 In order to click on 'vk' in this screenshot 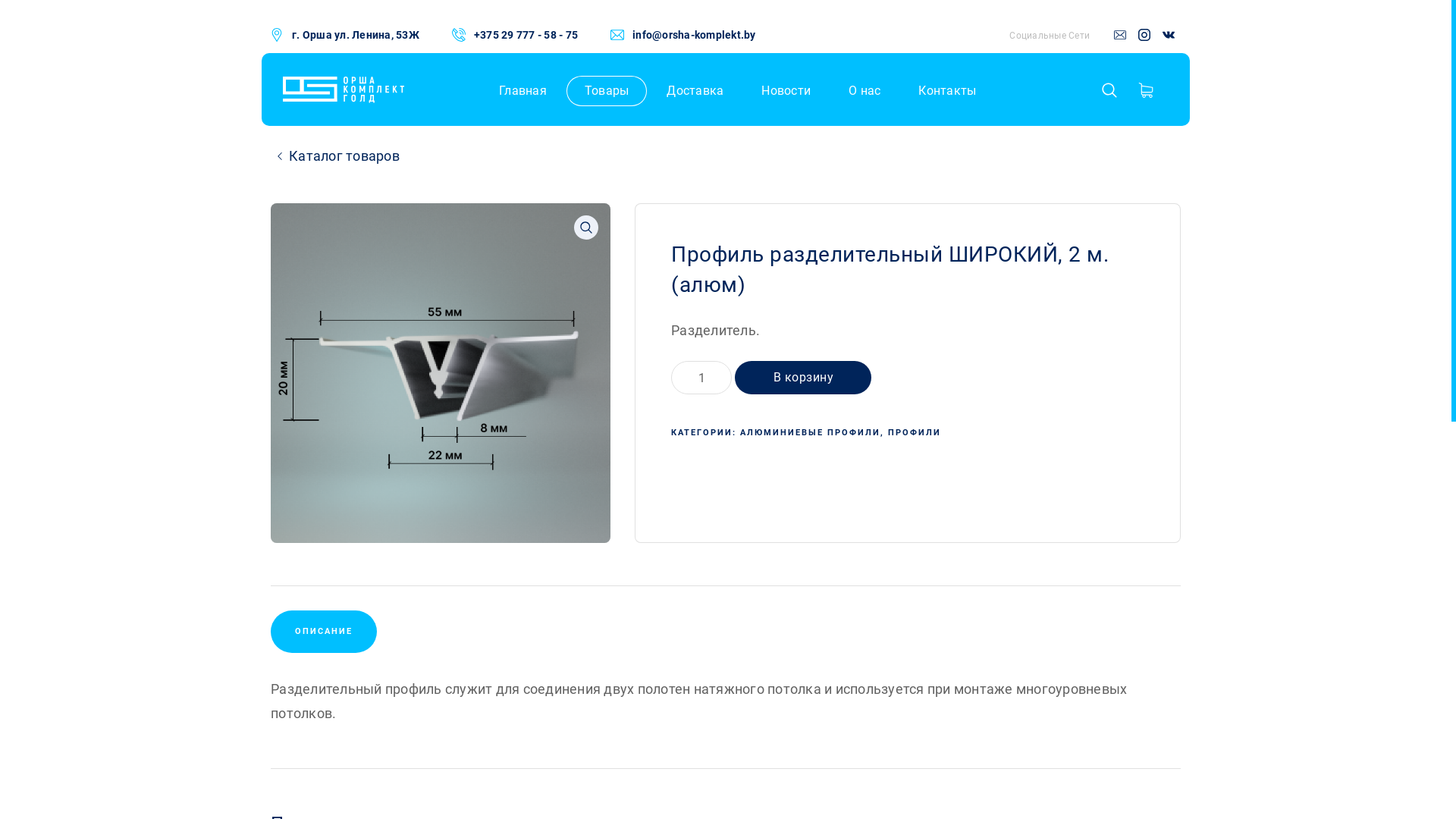, I will do `click(1167, 34)`.